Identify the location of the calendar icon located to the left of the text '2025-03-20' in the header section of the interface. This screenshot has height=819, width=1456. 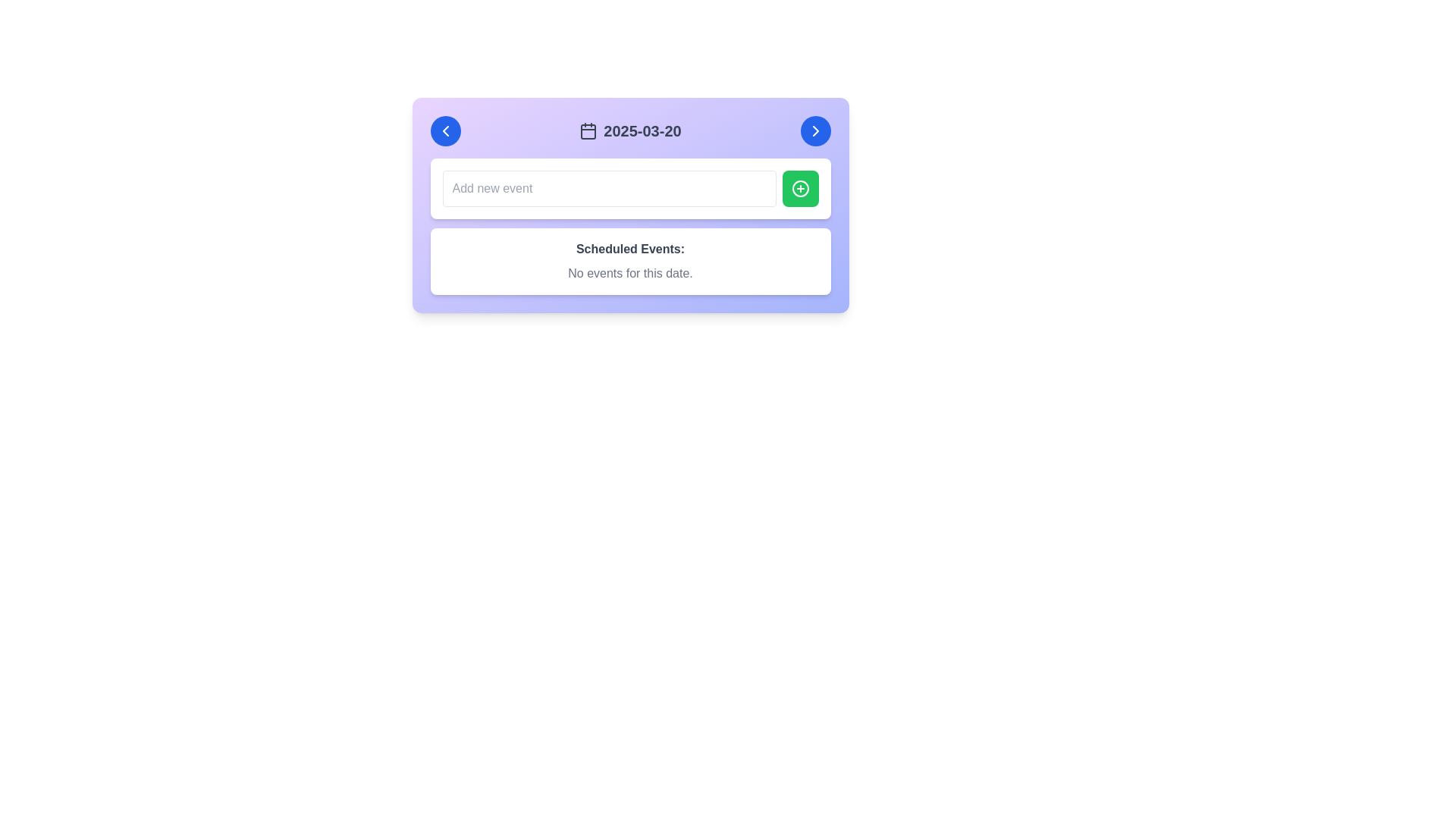
(588, 130).